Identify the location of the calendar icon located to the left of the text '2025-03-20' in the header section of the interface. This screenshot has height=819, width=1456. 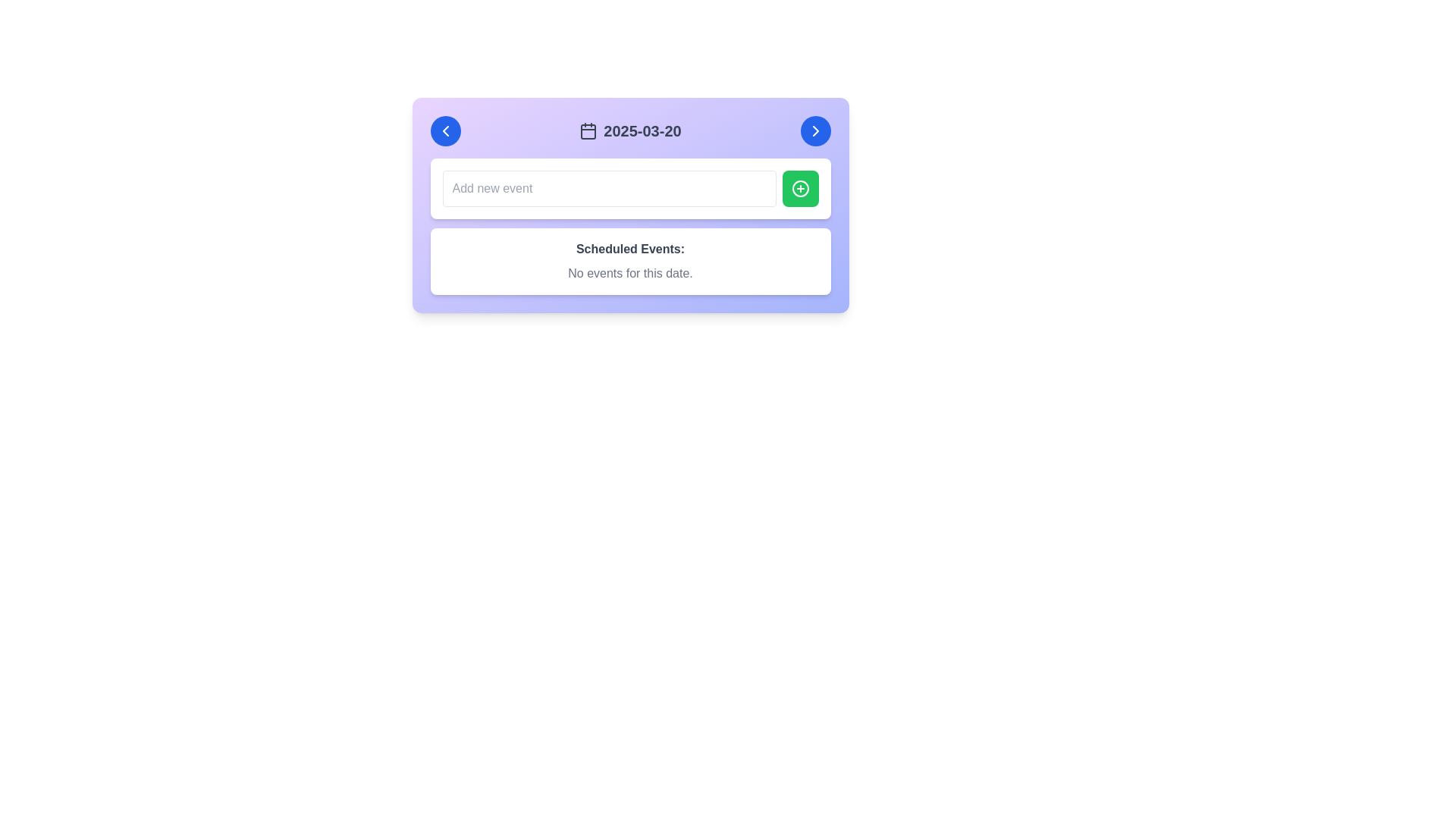
(588, 130).